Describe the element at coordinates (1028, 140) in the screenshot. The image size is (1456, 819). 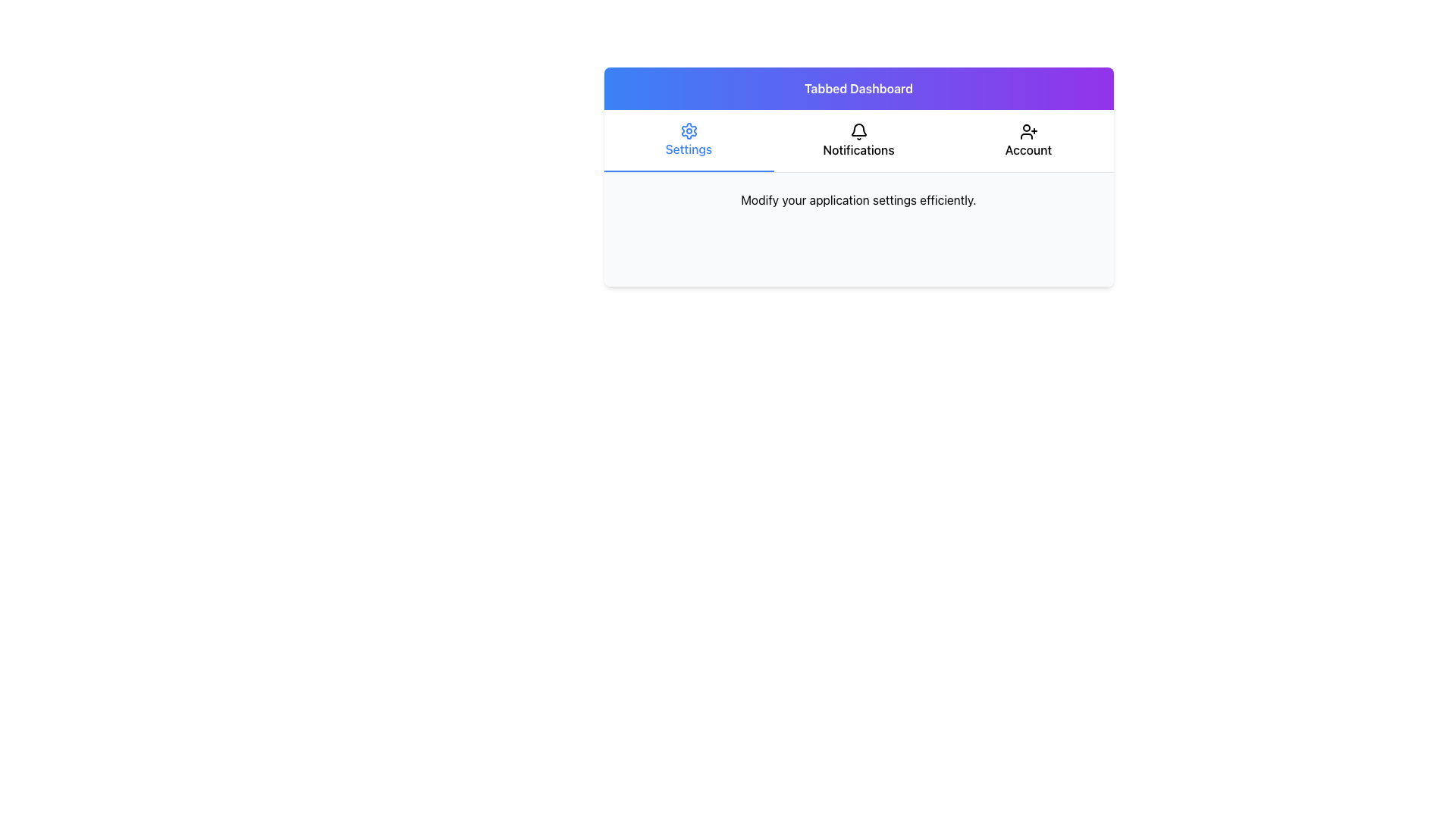
I see `the 'Account' Navigation Button, which features a user icon with a plus sign and is located in the third section of the tabbed navigation bar` at that location.